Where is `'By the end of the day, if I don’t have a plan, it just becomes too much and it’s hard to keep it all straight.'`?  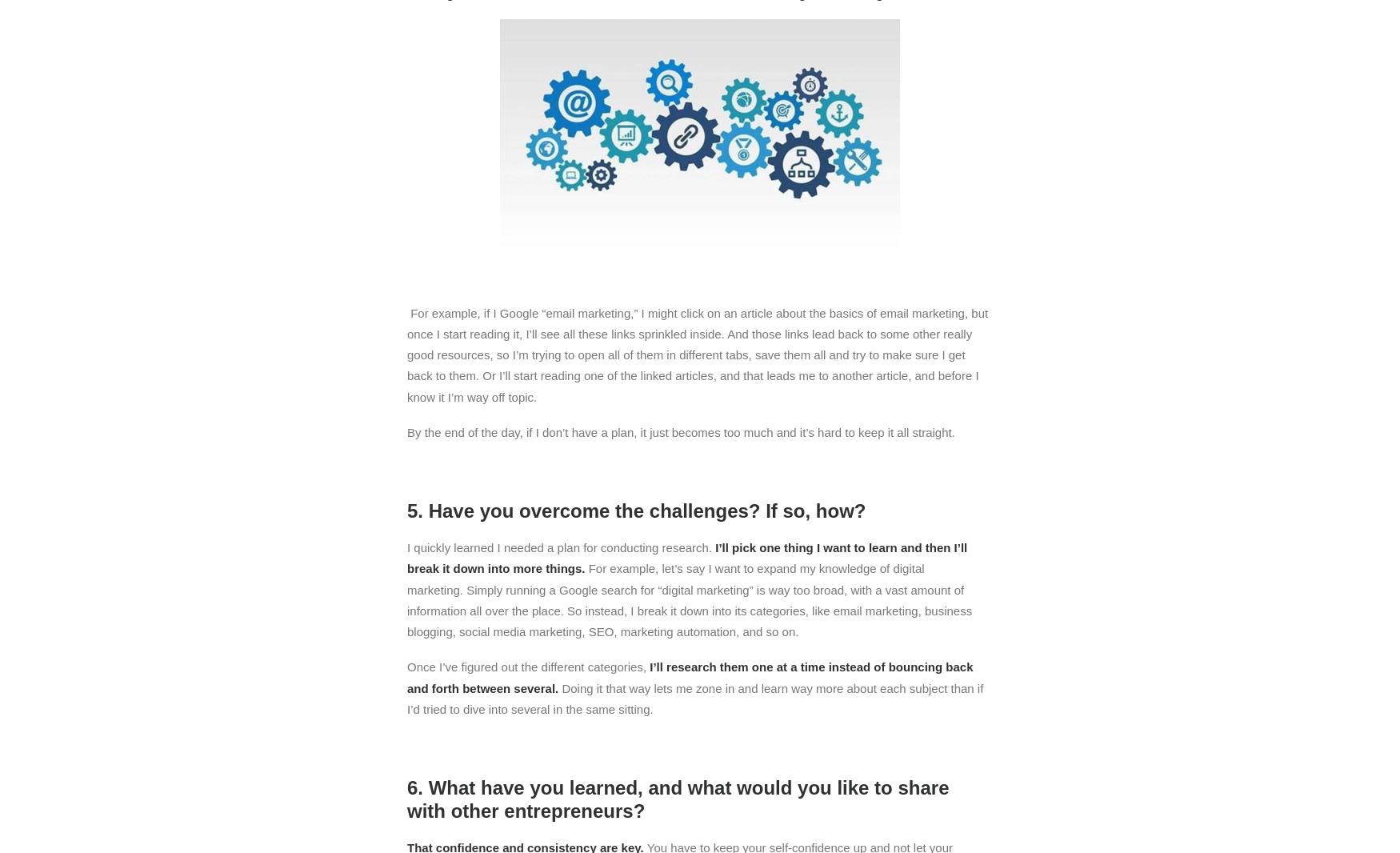
'By the end of the day, if I don’t have a plan, it just becomes too much and it’s hard to keep it all straight.' is located at coordinates (681, 431).